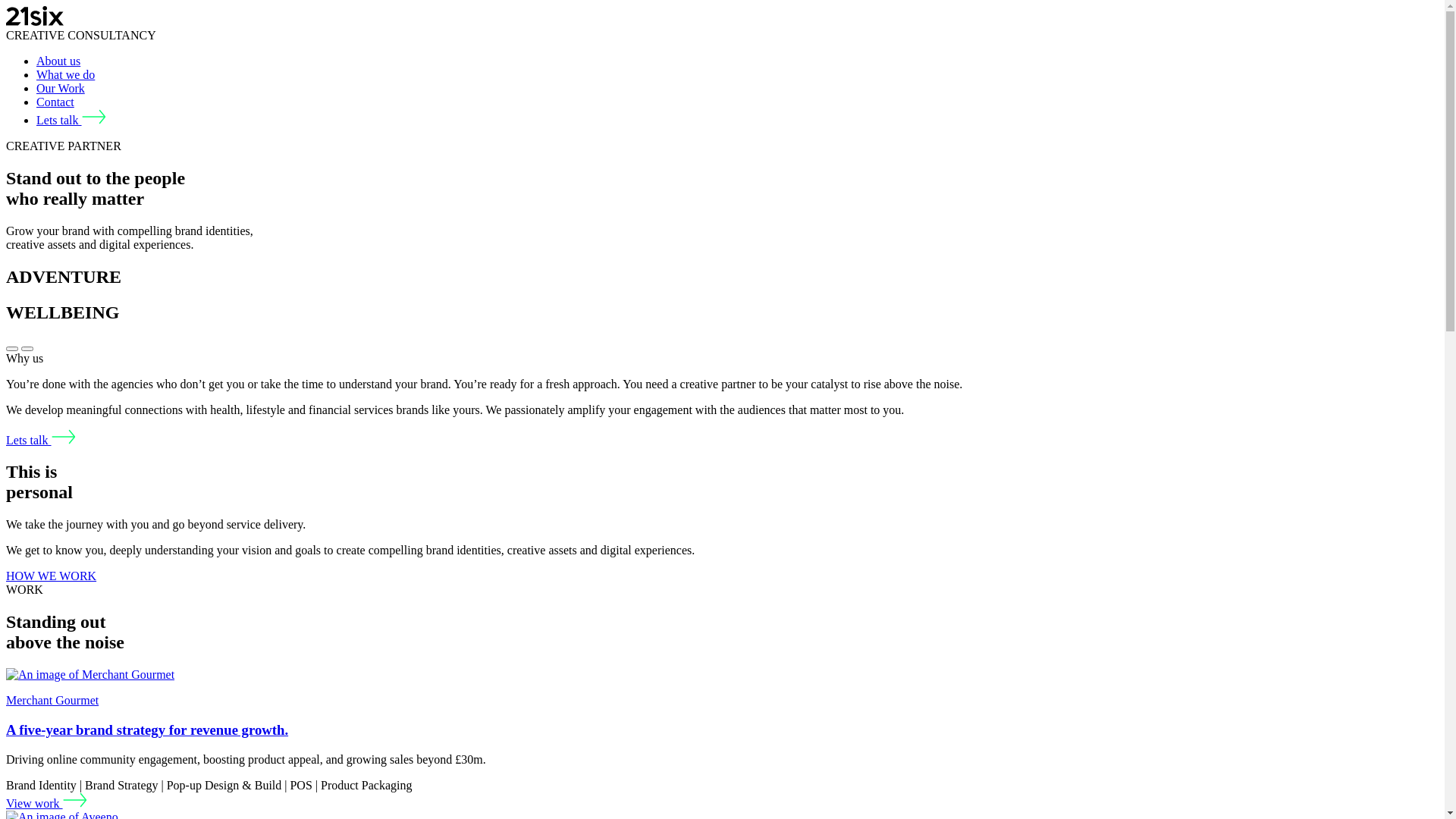 This screenshot has width=1456, height=819. I want to click on 'Lets talk', so click(71, 119).